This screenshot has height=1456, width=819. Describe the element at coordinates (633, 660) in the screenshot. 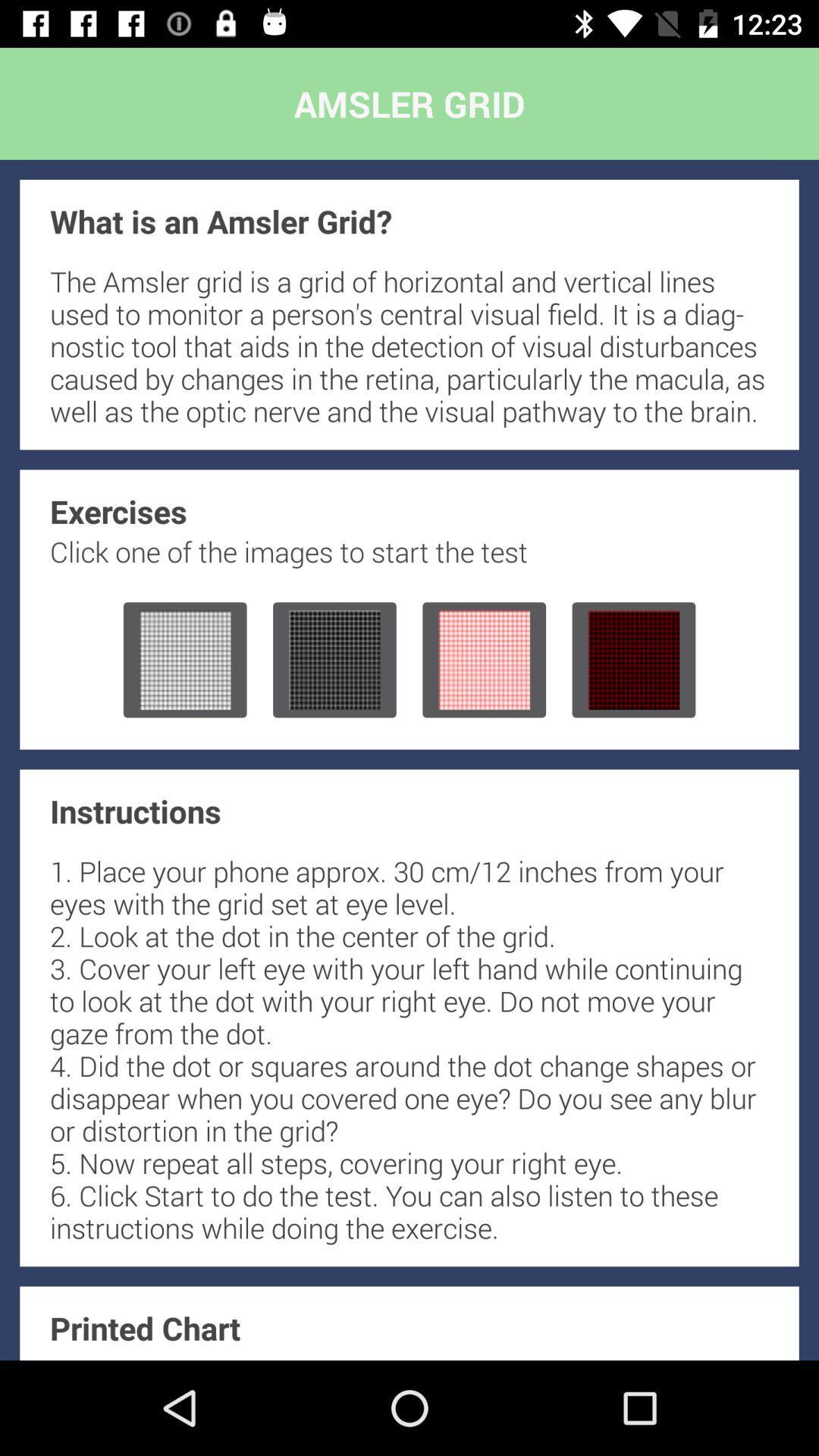

I see `image button` at that location.